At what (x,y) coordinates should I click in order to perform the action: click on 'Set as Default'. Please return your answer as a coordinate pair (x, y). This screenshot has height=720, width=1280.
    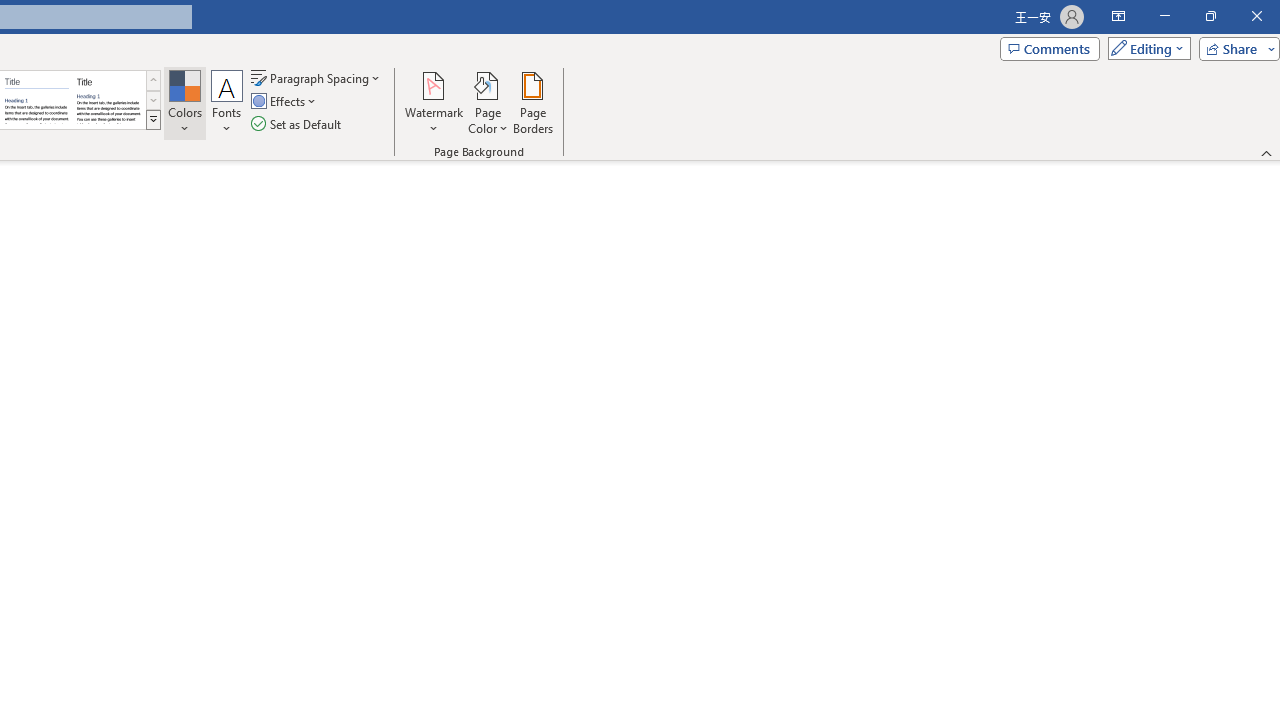
    Looking at the image, I should click on (297, 124).